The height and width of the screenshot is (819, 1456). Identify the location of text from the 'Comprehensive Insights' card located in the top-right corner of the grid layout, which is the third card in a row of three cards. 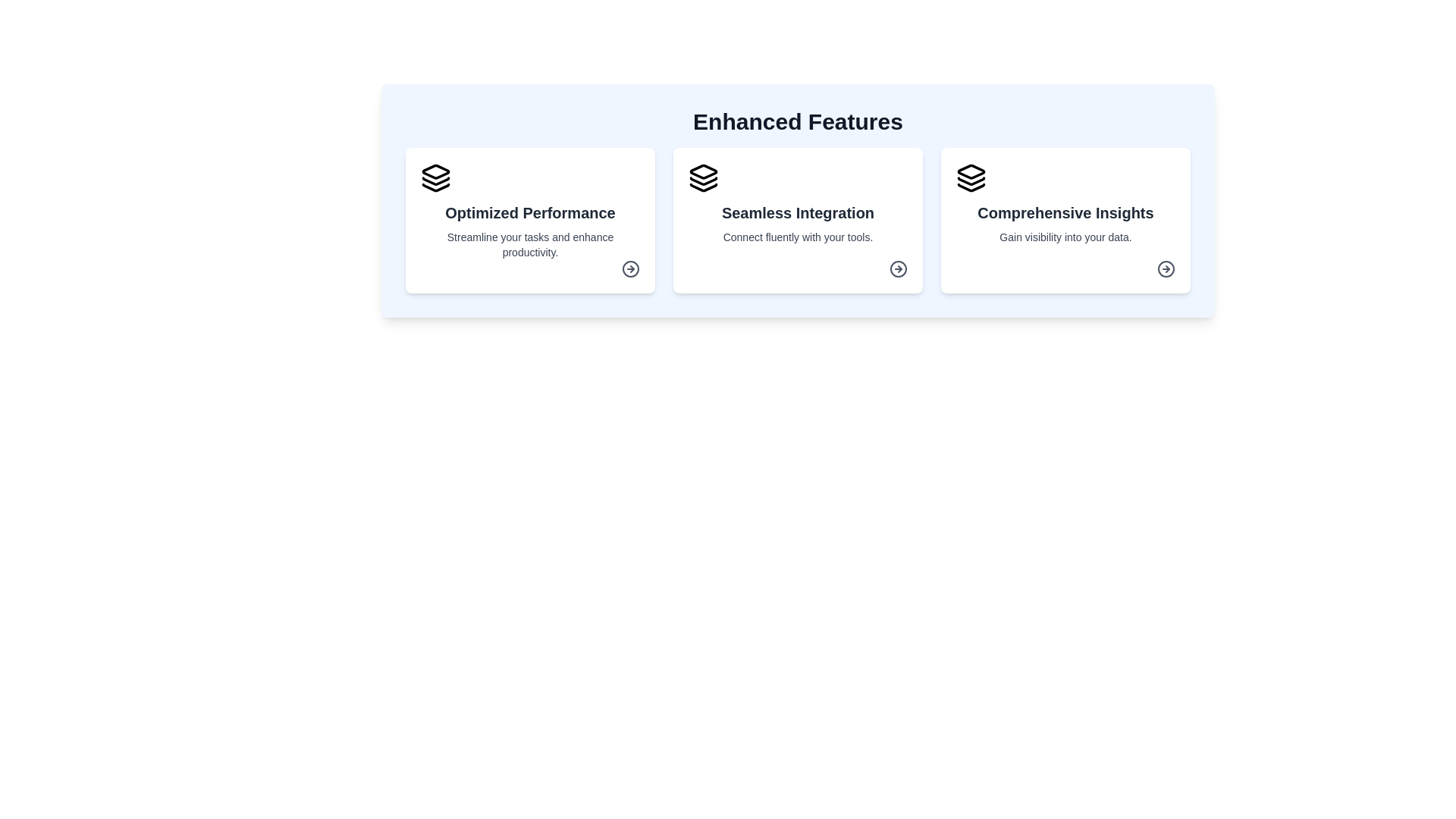
(1065, 220).